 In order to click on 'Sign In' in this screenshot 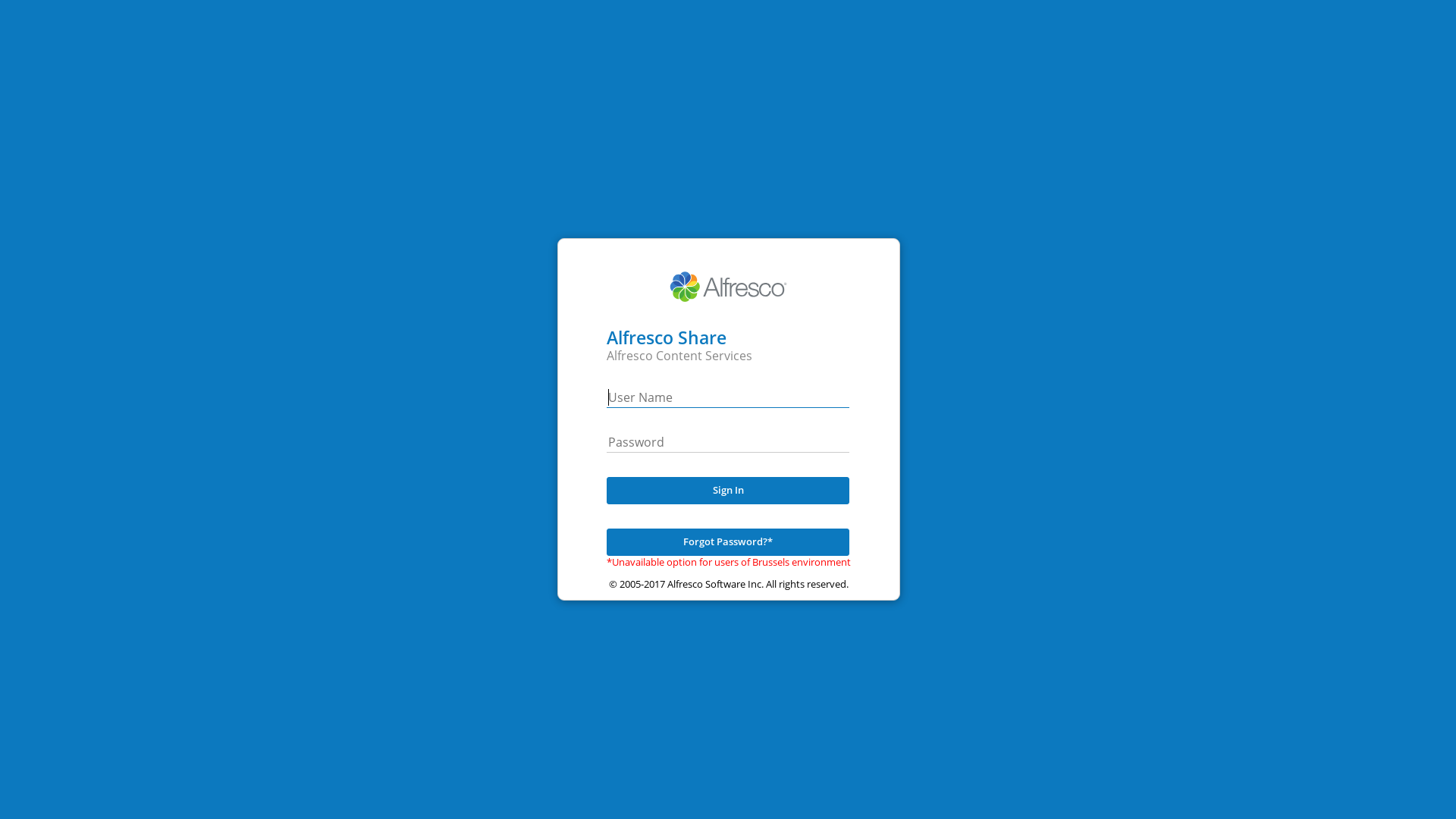, I will do `click(728, 491)`.